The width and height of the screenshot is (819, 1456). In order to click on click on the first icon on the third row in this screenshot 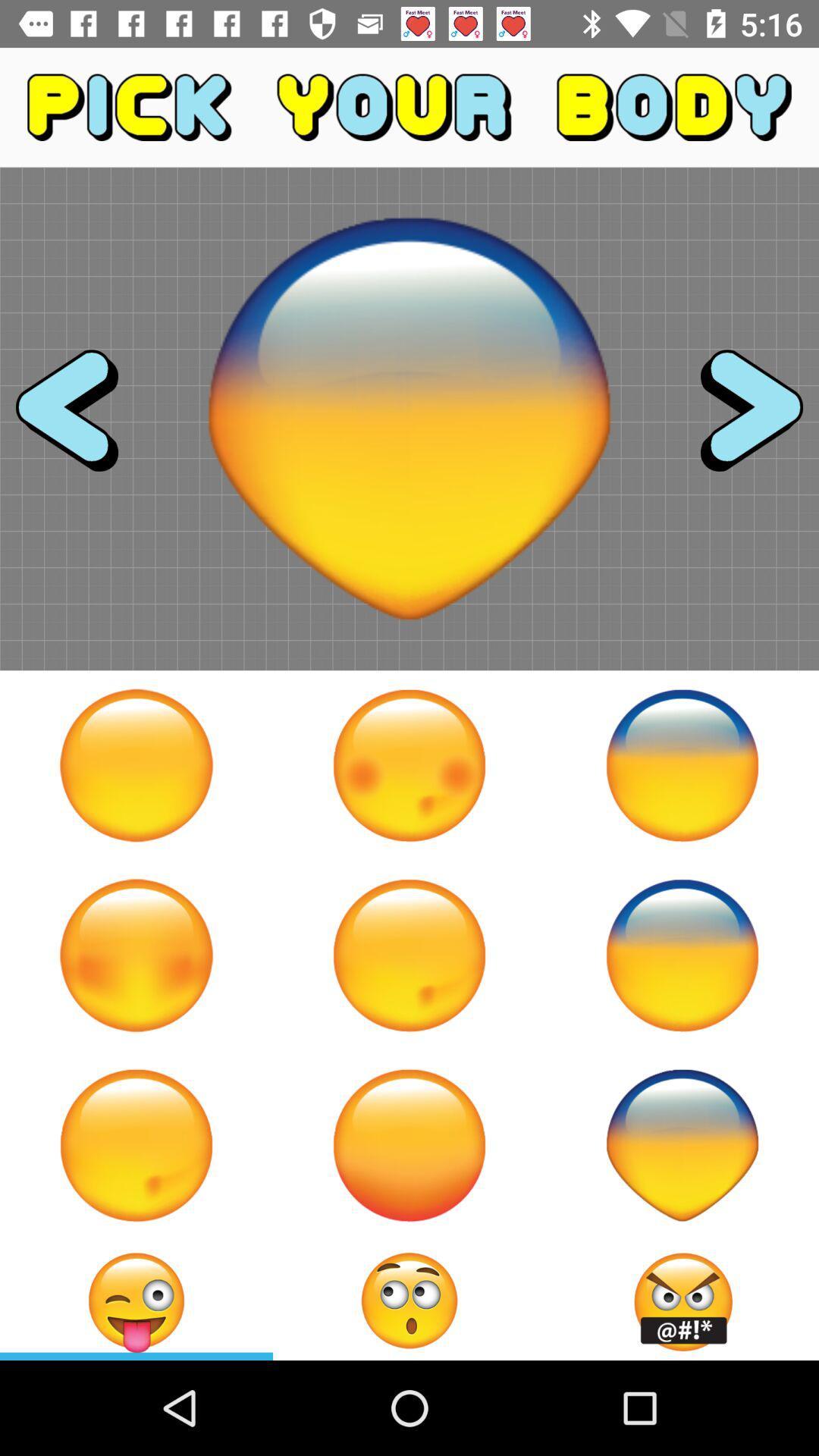, I will do `click(136, 1145)`.